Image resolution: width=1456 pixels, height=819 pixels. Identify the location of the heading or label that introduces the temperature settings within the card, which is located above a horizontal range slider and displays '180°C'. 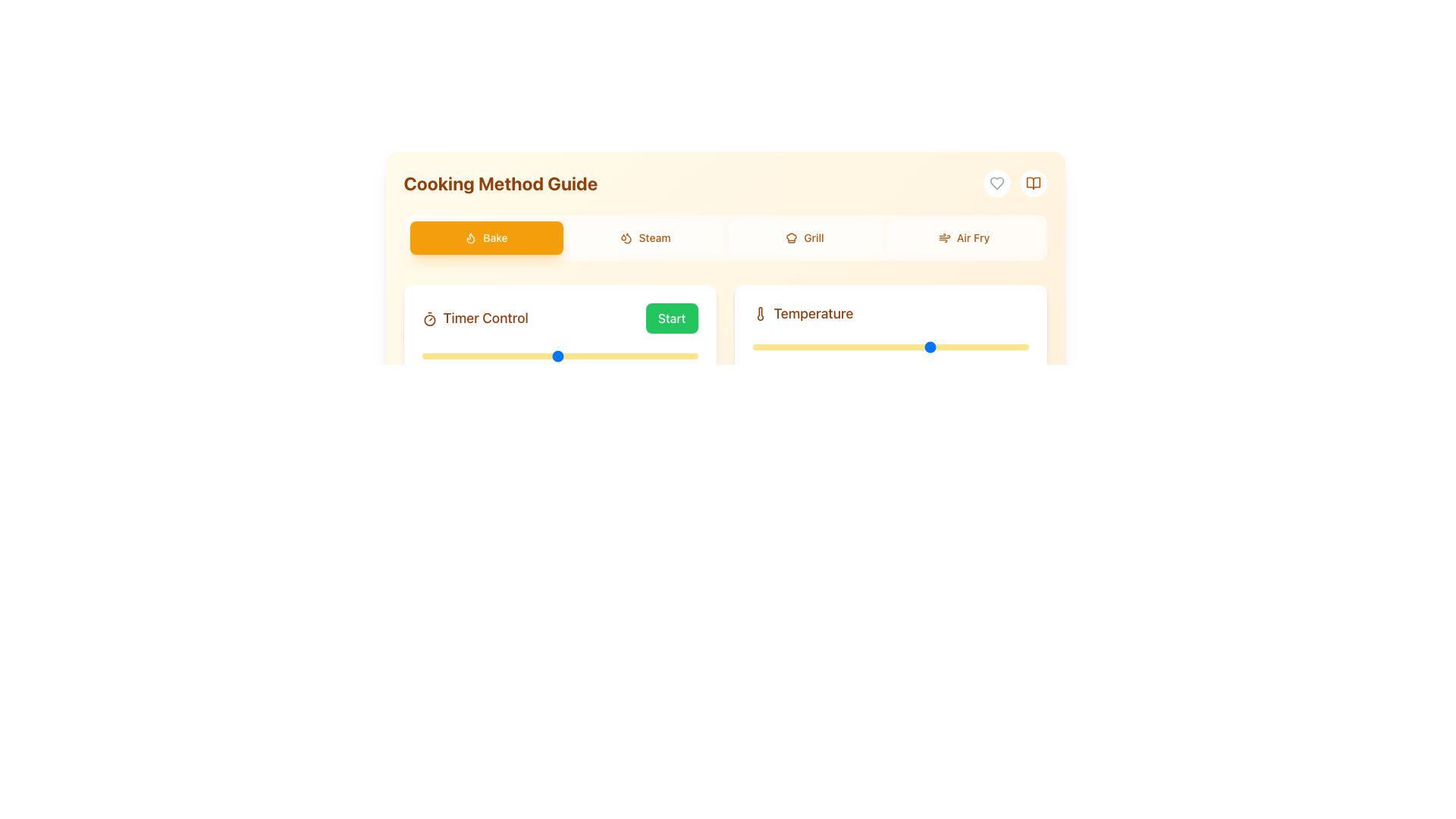
(890, 312).